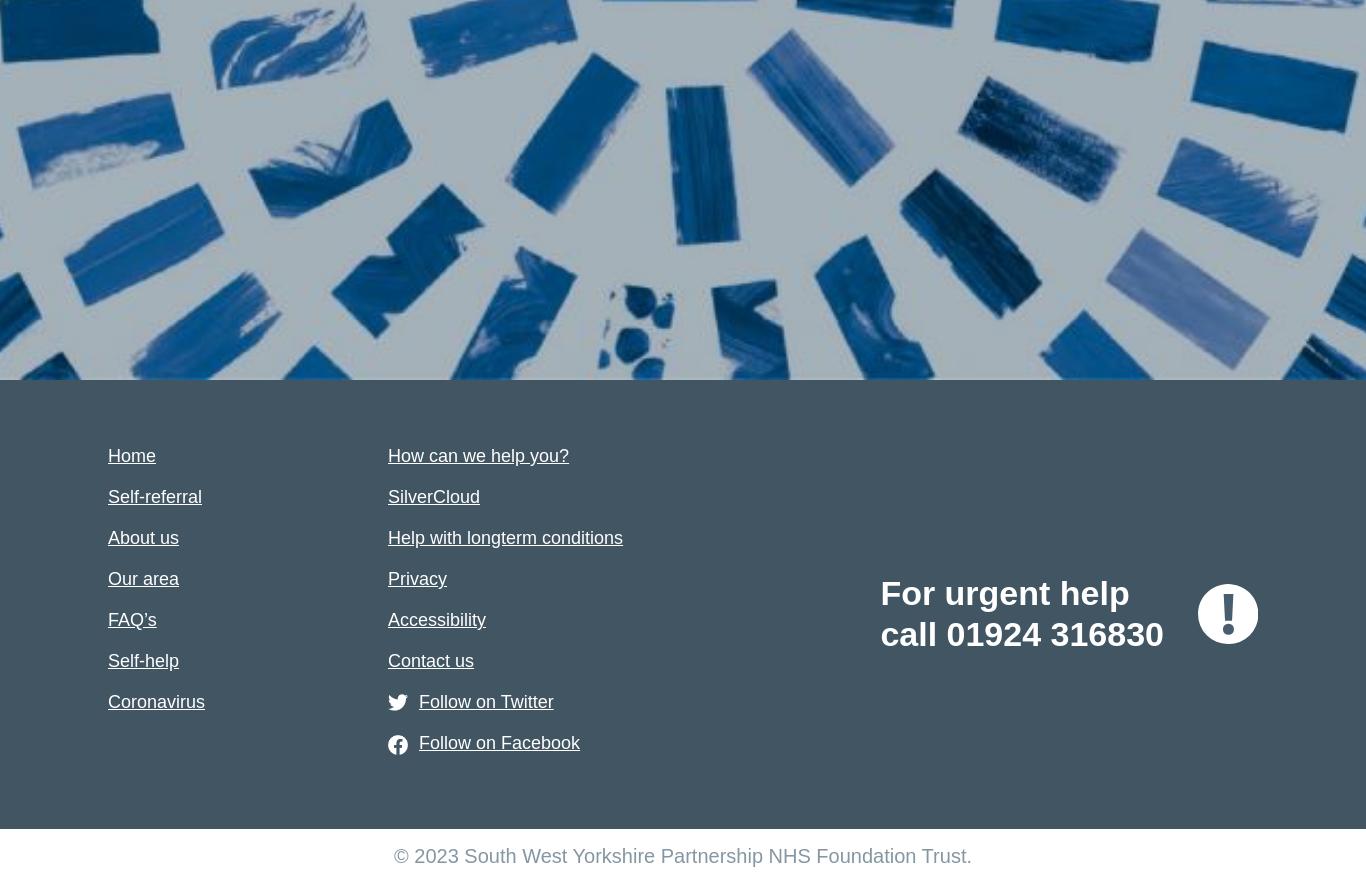 The image size is (1366, 883). Describe the element at coordinates (486, 701) in the screenshot. I see `'Follow on Twitter'` at that location.